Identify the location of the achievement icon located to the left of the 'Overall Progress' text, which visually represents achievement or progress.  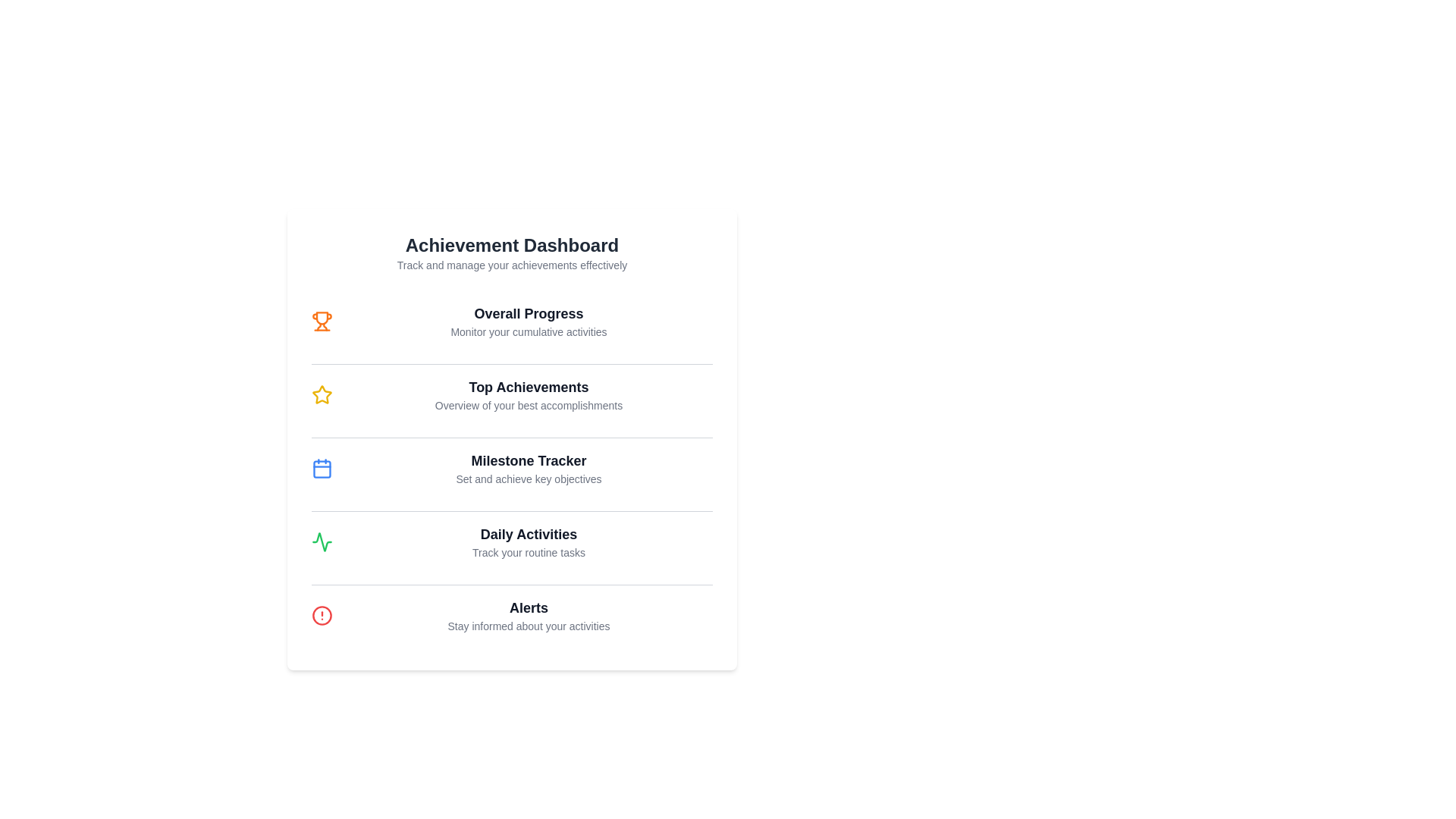
(322, 321).